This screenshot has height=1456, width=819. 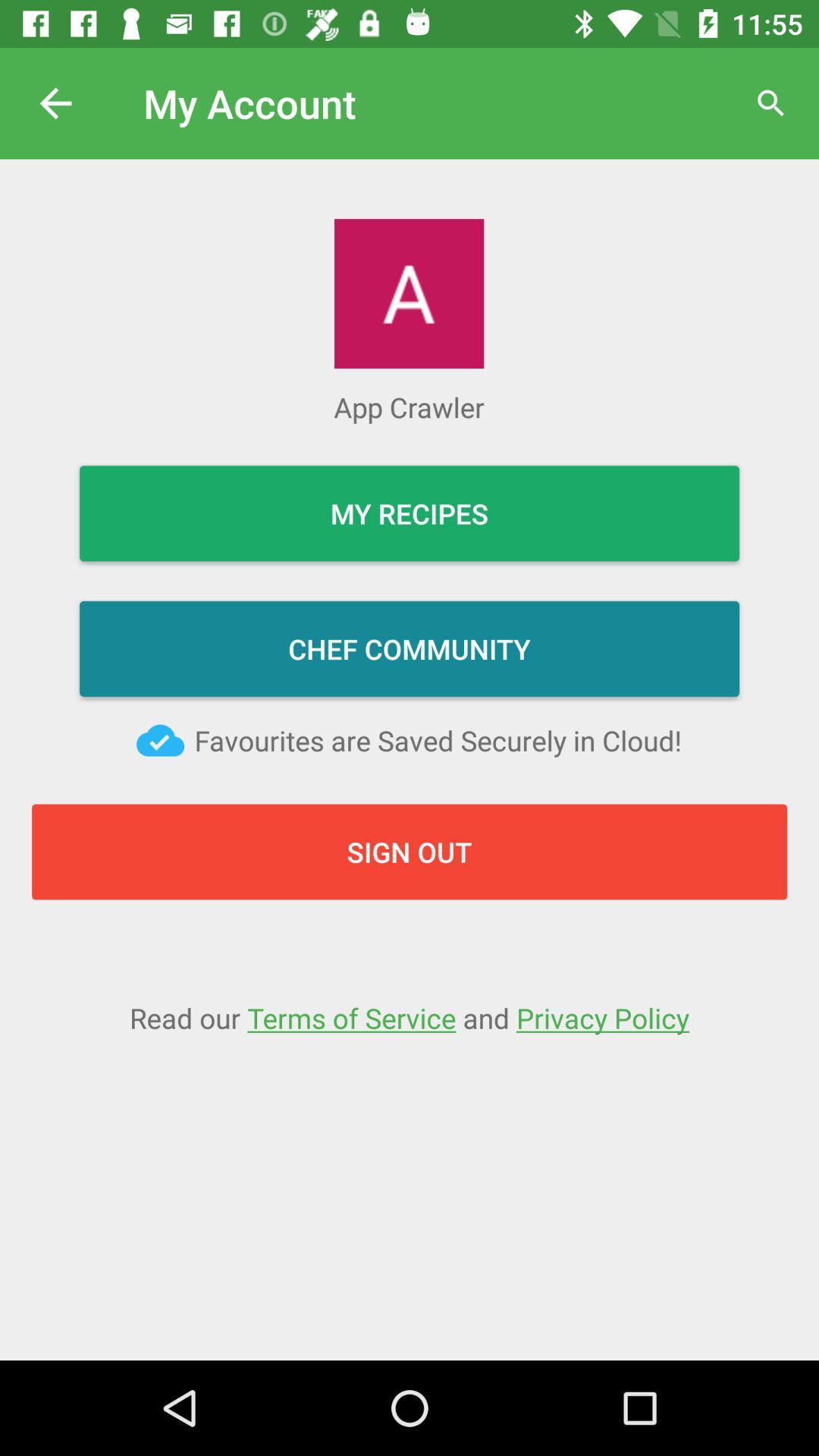 What do you see at coordinates (409, 852) in the screenshot?
I see `sign out button` at bounding box center [409, 852].